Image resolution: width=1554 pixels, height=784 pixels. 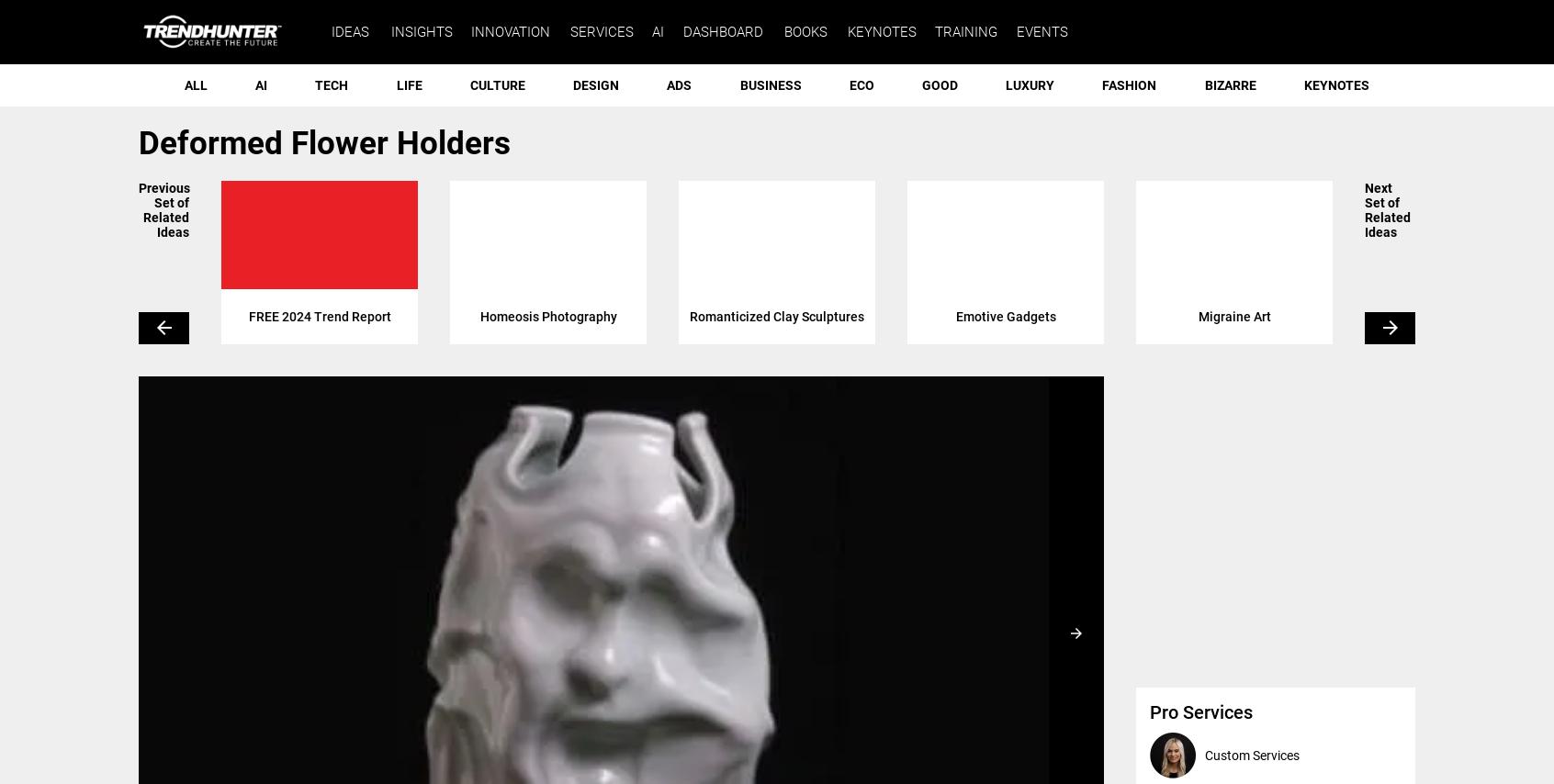 I want to click on 'Ads', so click(x=678, y=85).